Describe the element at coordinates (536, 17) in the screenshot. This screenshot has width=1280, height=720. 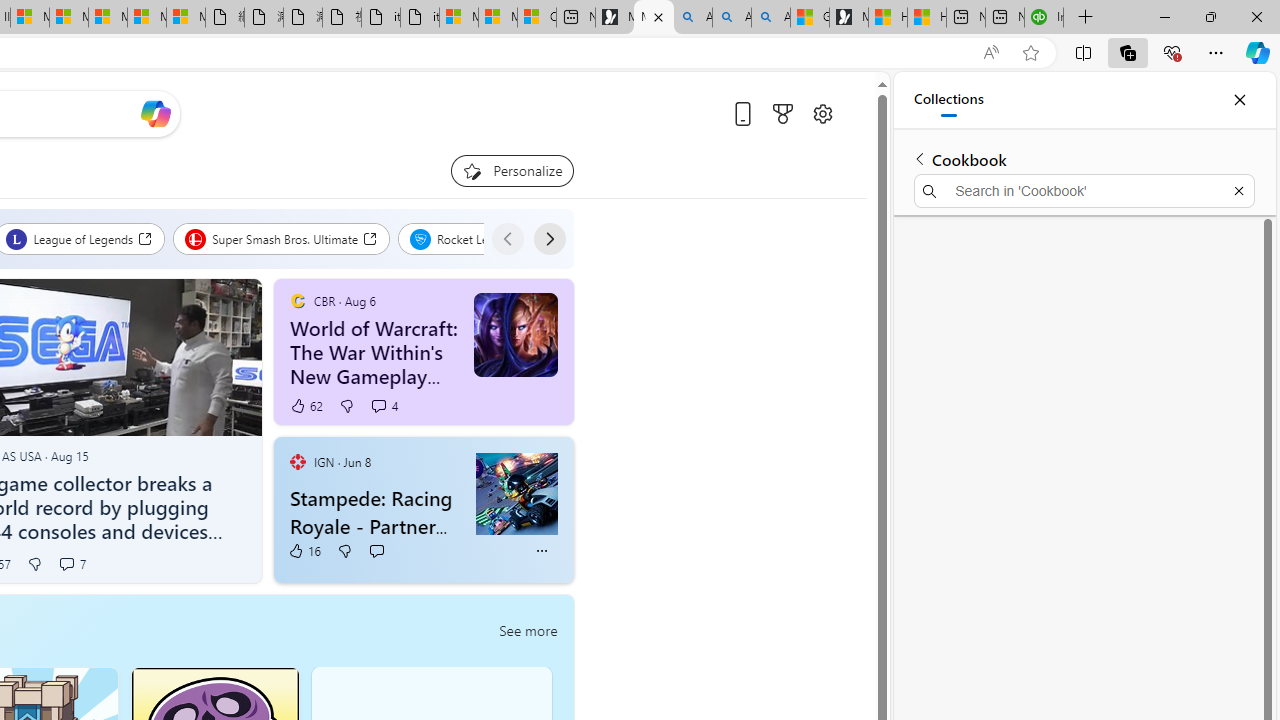
I see `'Consumer Health Data Privacy Policy'` at that location.